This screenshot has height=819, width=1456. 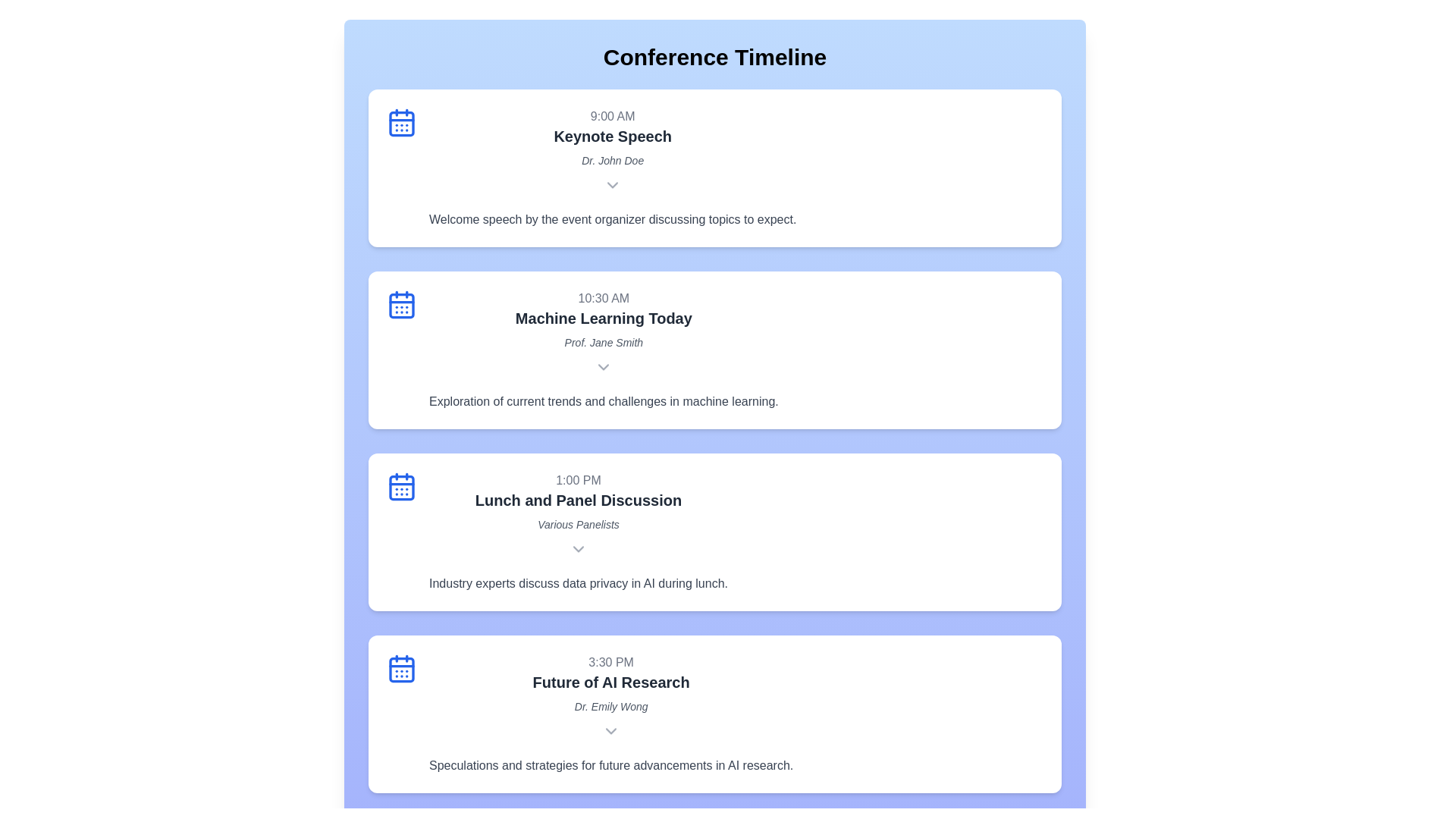 What do you see at coordinates (401, 122) in the screenshot?
I see `the calendar-related icon located at the top-left corner of the first card in the event schedule, which precedes the text 'Keynote Speech' and '9:00 AM'` at bounding box center [401, 122].